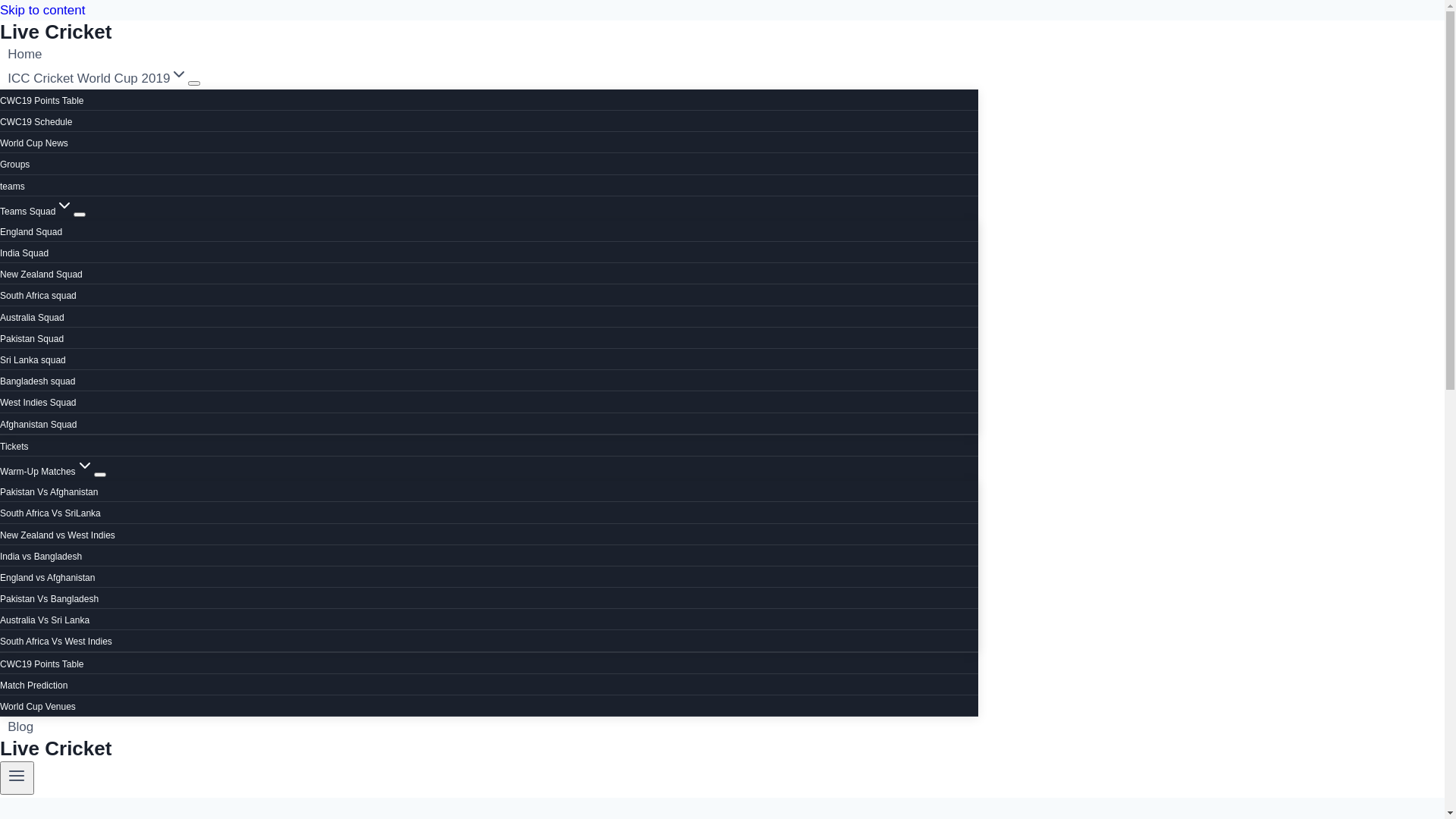  What do you see at coordinates (44, 620) in the screenshot?
I see `'Australia Vs Sri Lanka'` at bounding box center [44, 620].